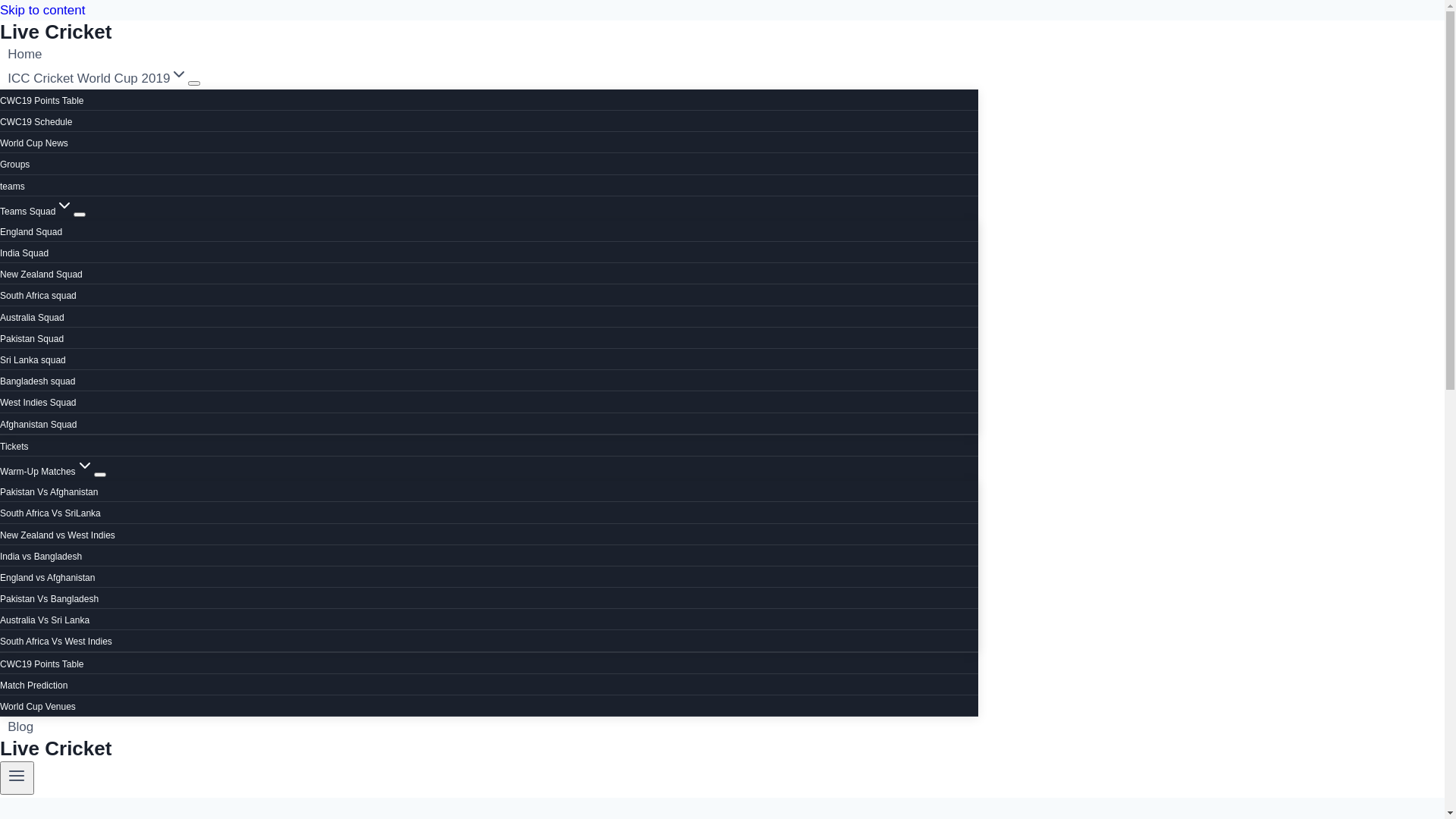  What do you see at coordinates (44, 620) in the screenshot?
I see `'Australia Vs Sri Lanka'` at bounding box center [44, 620].